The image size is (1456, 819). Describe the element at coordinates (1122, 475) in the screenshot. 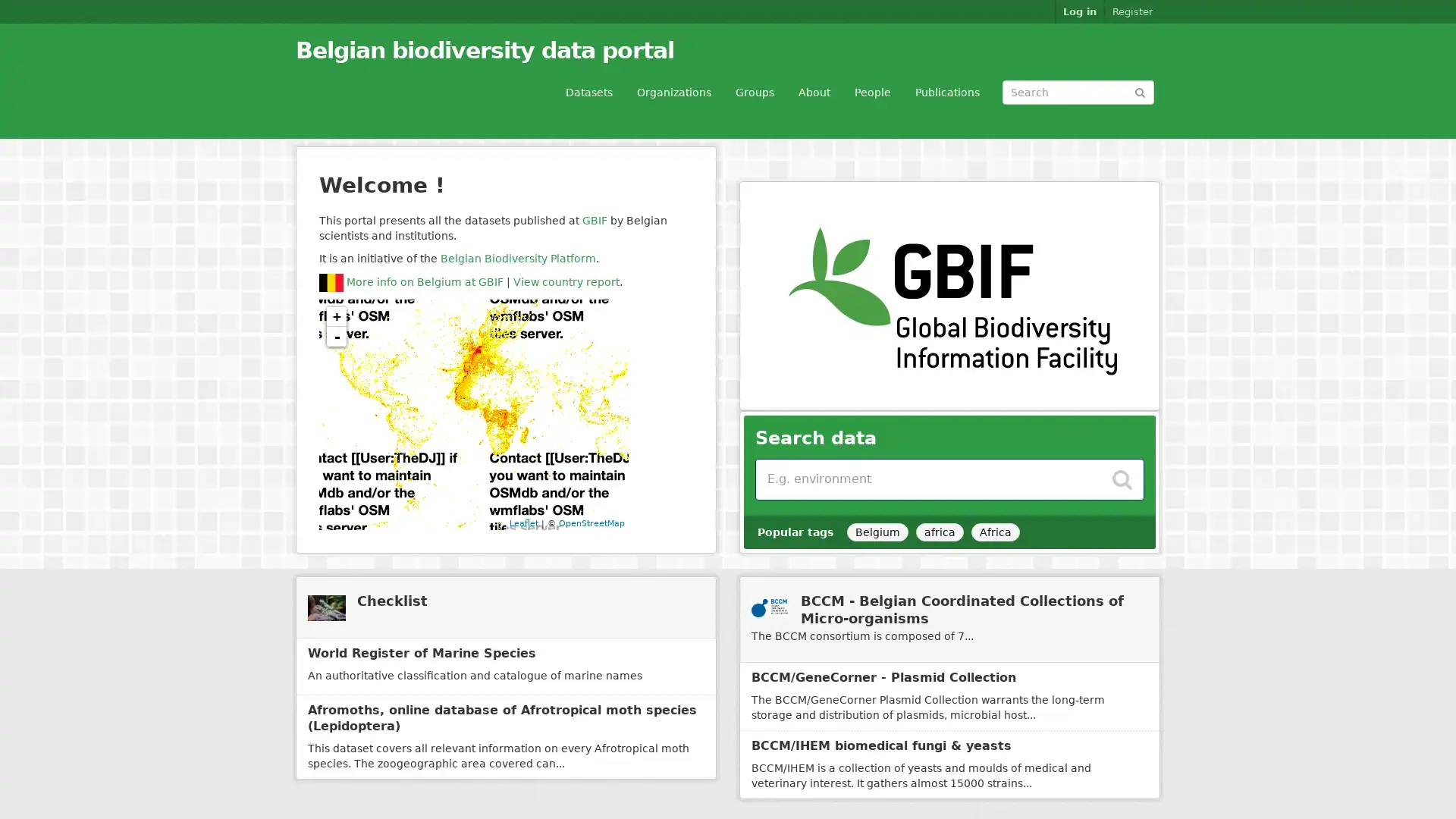

I see `Search` at that location.